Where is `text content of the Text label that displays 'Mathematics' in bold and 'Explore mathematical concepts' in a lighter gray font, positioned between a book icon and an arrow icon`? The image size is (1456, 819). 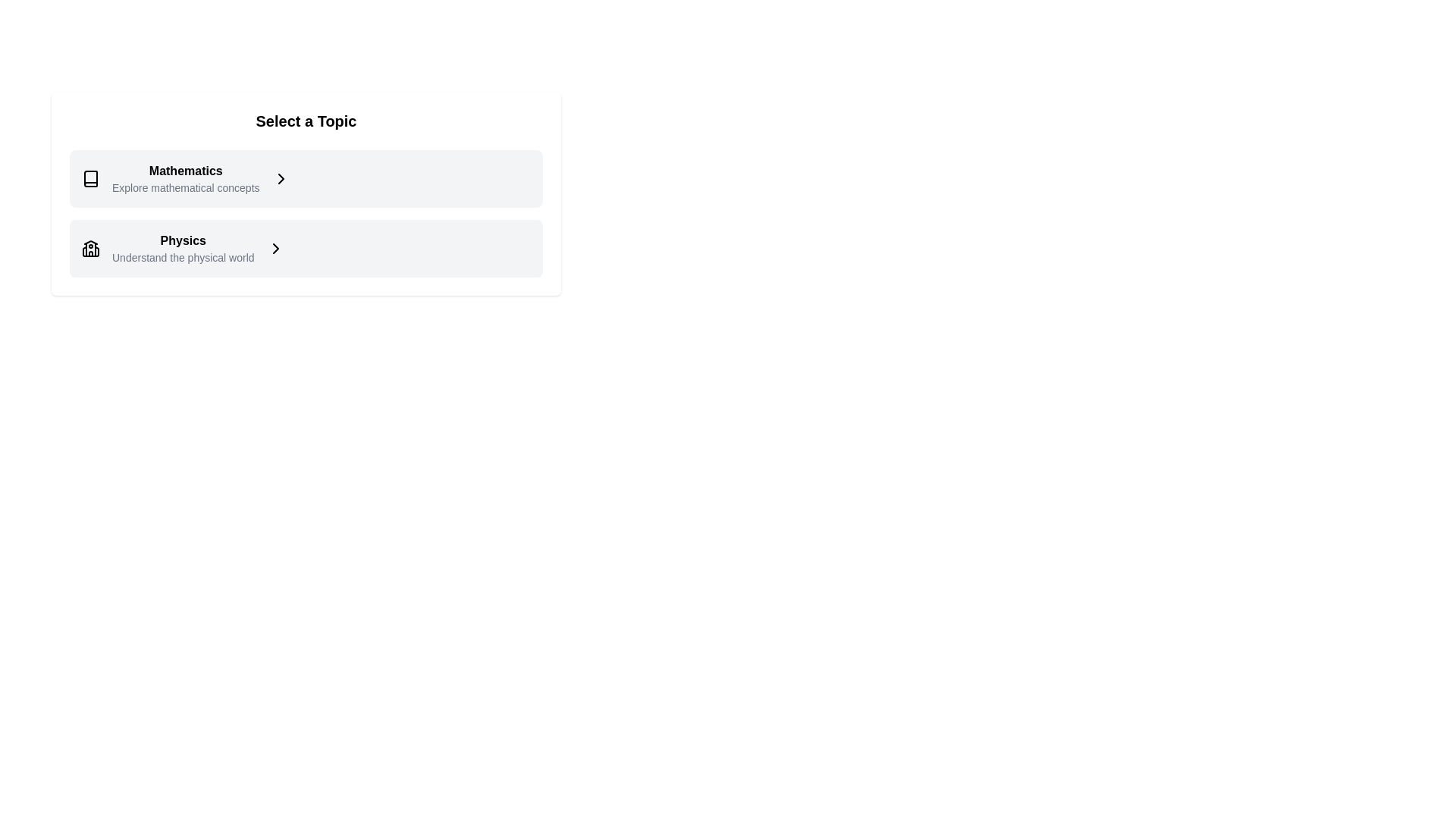
text content of the Text label that displays 'Mathematics' in bold and 'Explore mathematical concepts' in a lighter gray font, positioned between a book icon and an arrow icon is located at coordinates (185, 177).